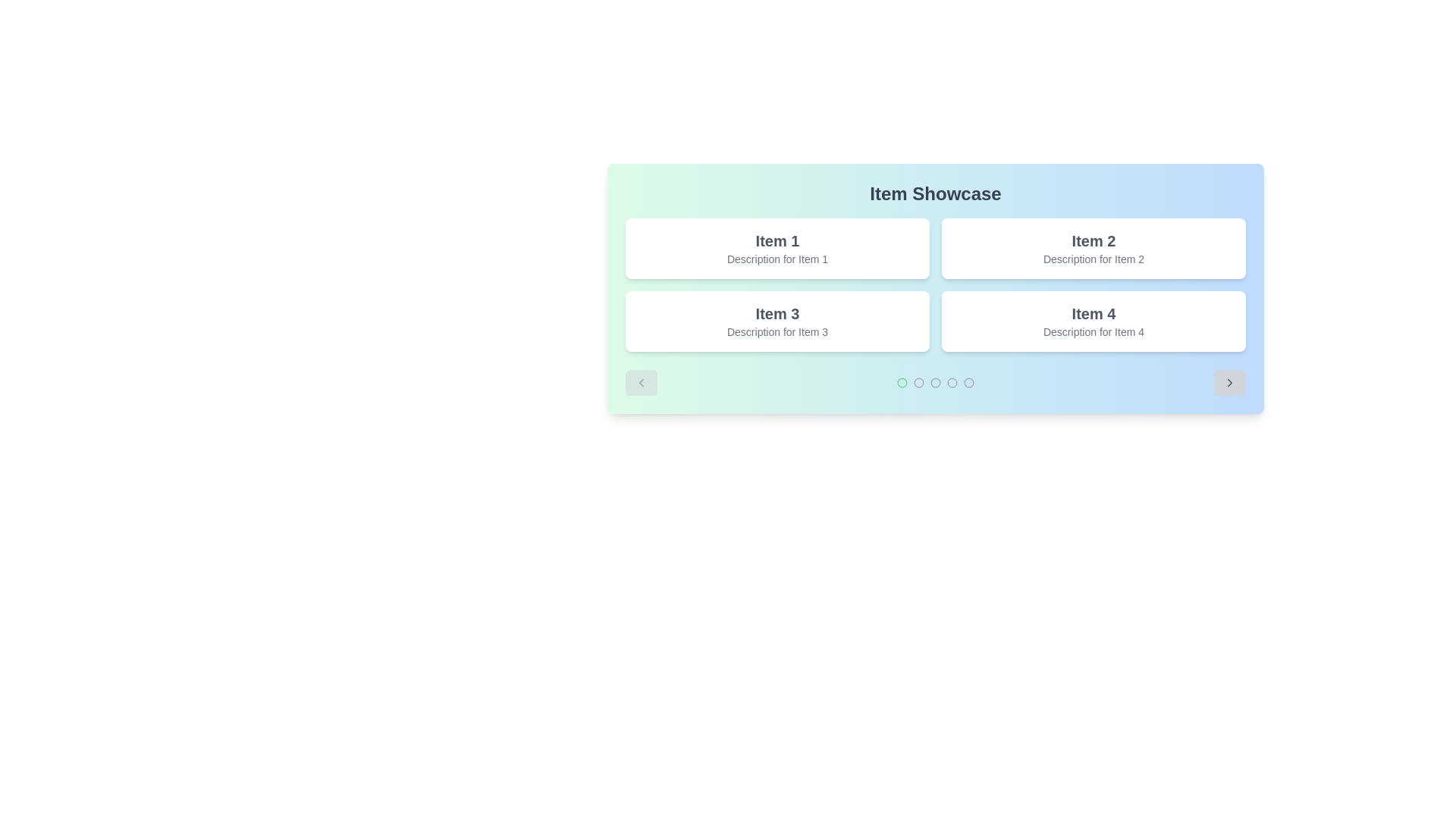 The width and height of the screenshot is (1456, 819). Describe the element at coordinates (1094, 259) in the screenshot. I see `descriptive text located under 'Item 2' in the top-right quadrant of the grid` at that location.